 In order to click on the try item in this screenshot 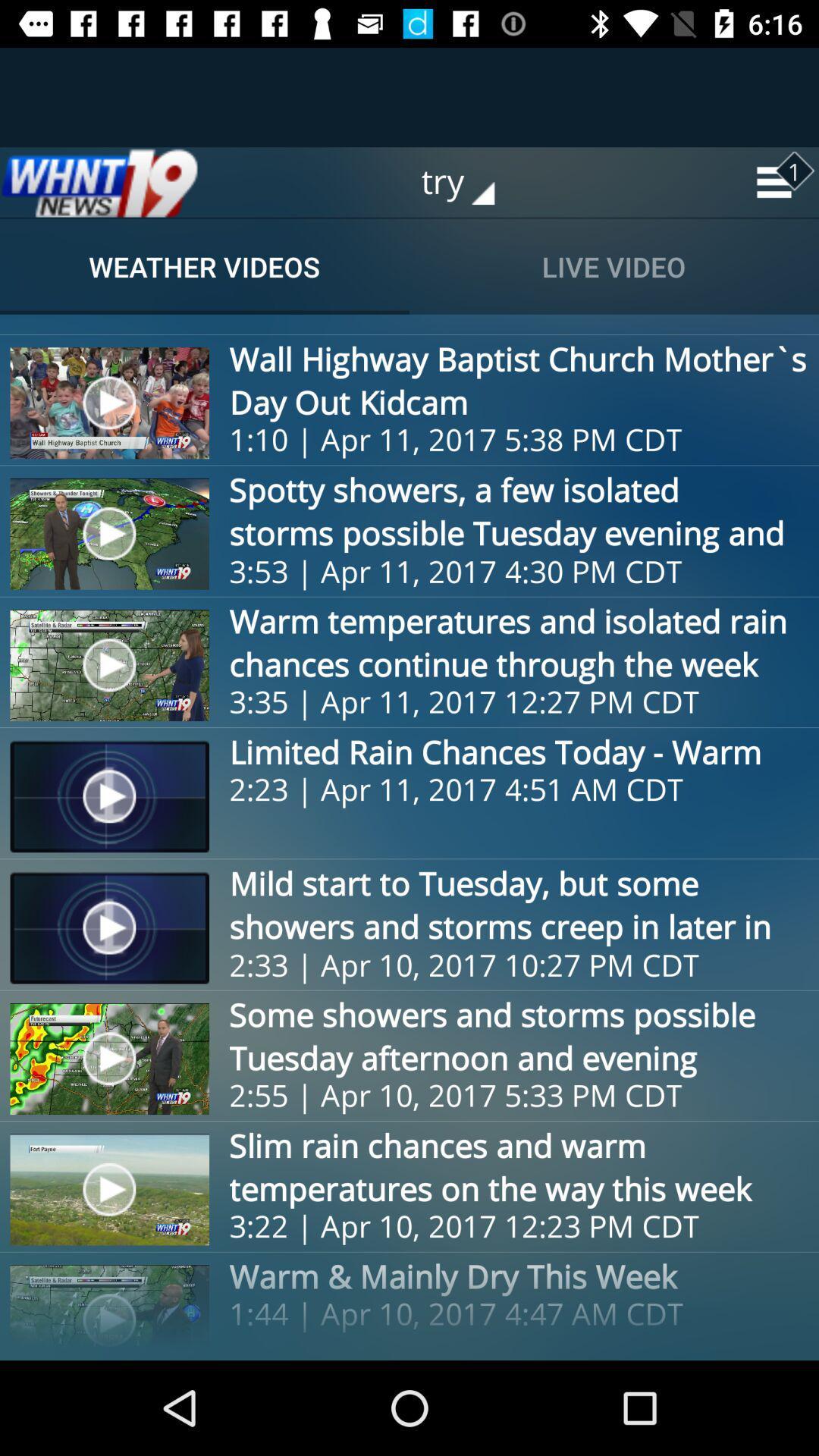, I will do `click(468, 182)`.